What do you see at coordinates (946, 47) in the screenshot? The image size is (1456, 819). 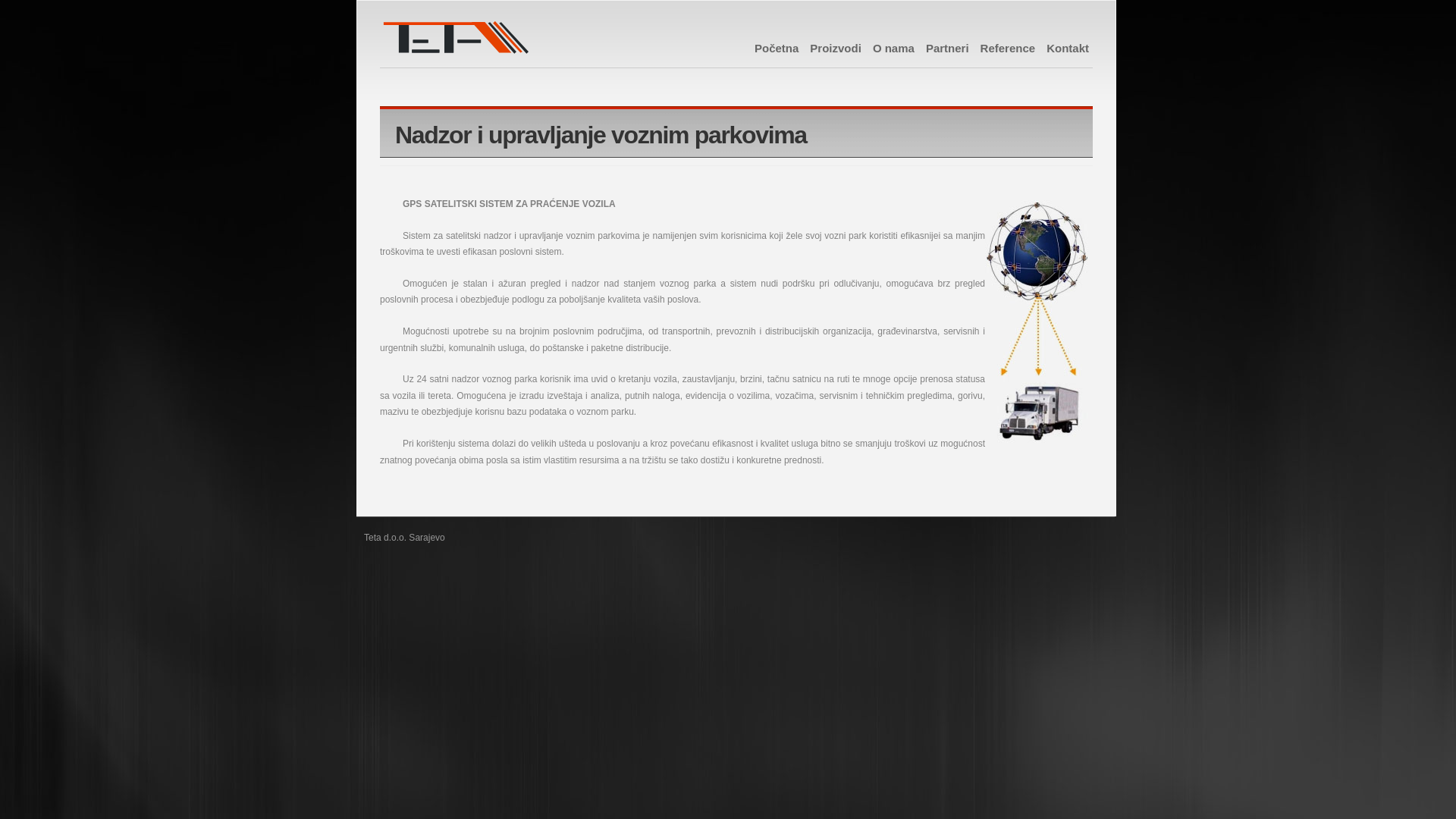 I see `'Partneri'` at bounding box center [946, 47].